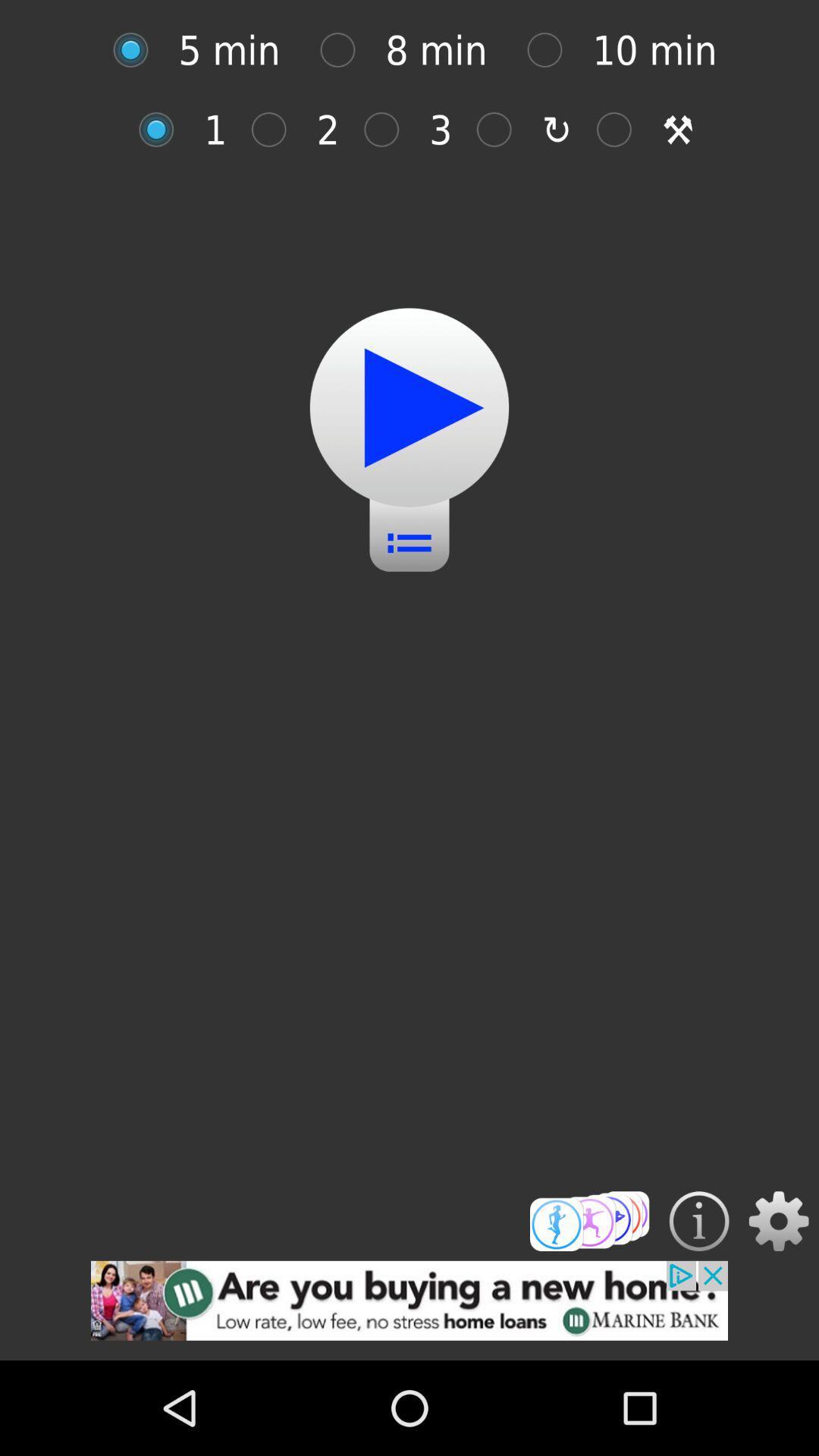 The height and width of the screenshot is (1456, 819). What do you see at coordinates (345, 50) in the screenshot?
I see `for 8 minutes` at bounding box center [345, 50].